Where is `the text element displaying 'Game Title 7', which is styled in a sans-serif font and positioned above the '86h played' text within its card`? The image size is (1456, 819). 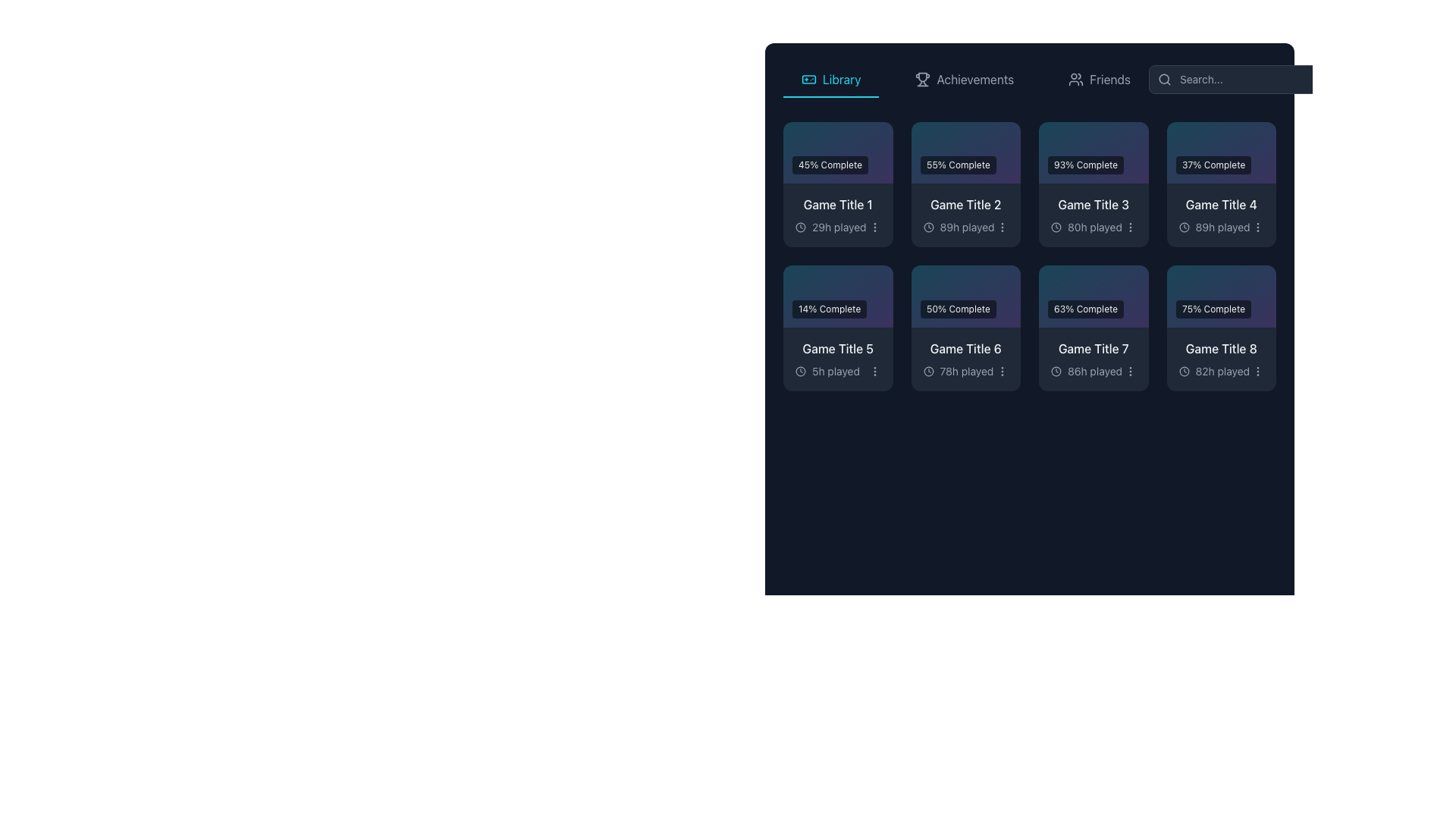 the text element displaying 'Game Title 7', which is styled in a sans-serif font and positioned above the '86h played' text within its card is located at coordinates (1094, 348).